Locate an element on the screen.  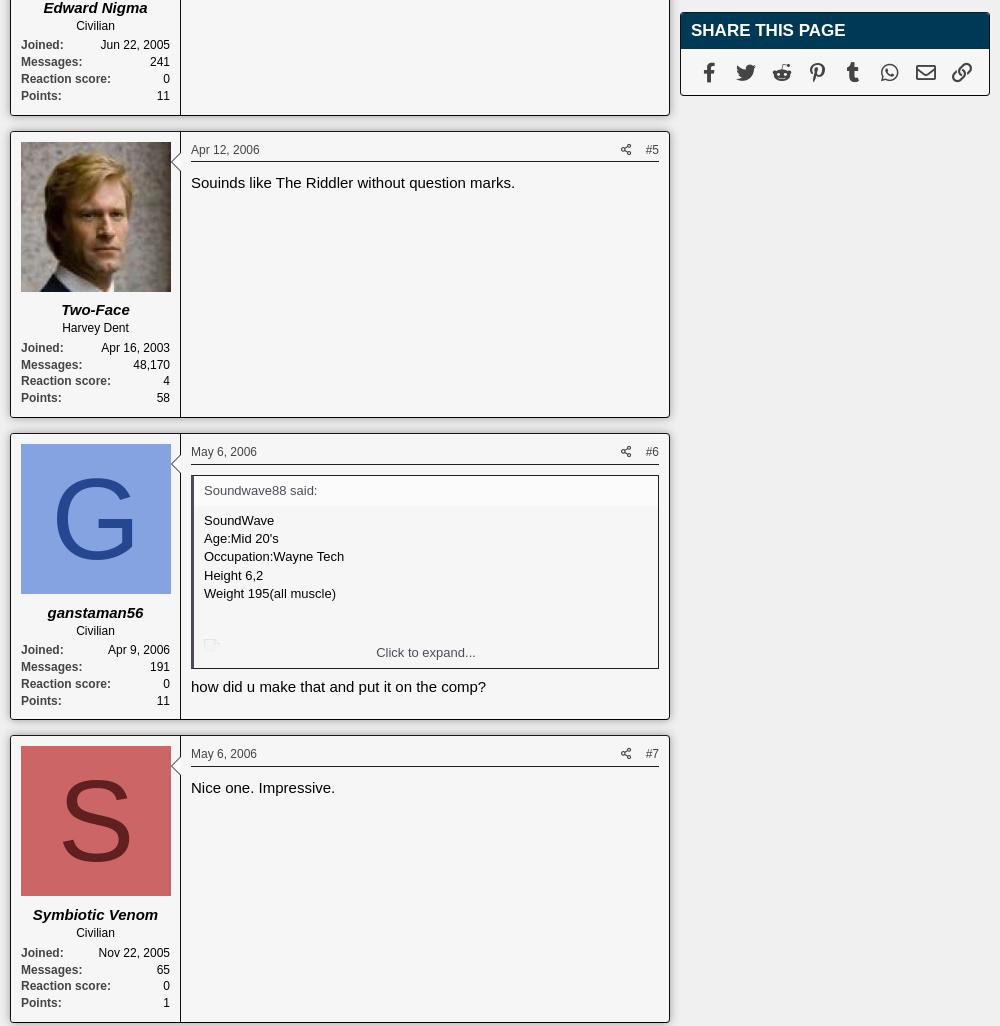
'He was once a former work at Wayne Tech but during an exparment Batman saved him and Soundwave(rela name Mark) thought he was gunna kill him...Mark swore to kill Batman. Then Bruce fired because the exparment almost killed all of Gotham. As SoundWave he want to kill Batman and Bruce Wayne...' is located at coordinates (203, 776).